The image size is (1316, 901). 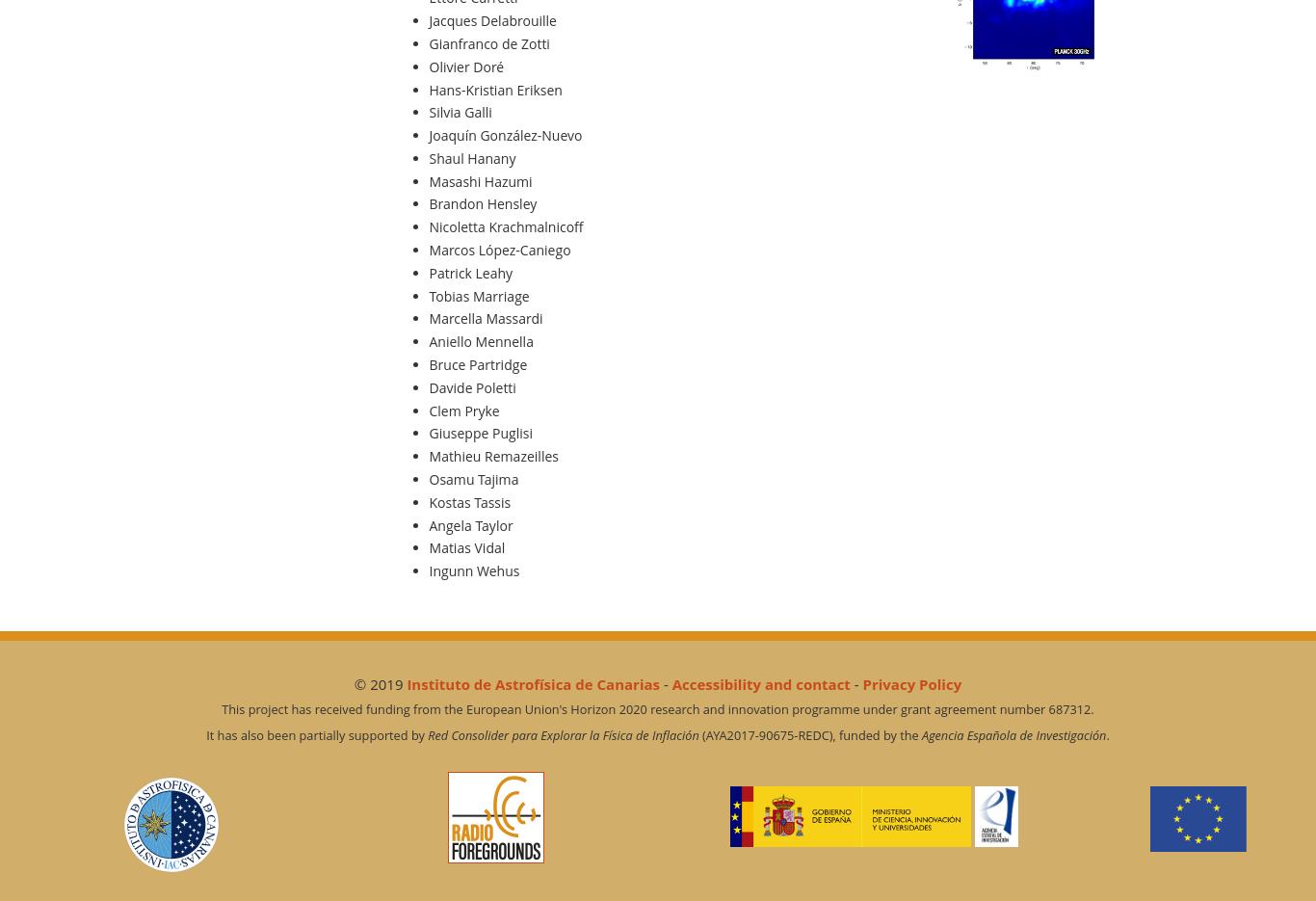 What do you see at coordinates (488, 42) in the screenshot?
I see `'Gianfranco de Zotti'` at bounding box center [488, 42].